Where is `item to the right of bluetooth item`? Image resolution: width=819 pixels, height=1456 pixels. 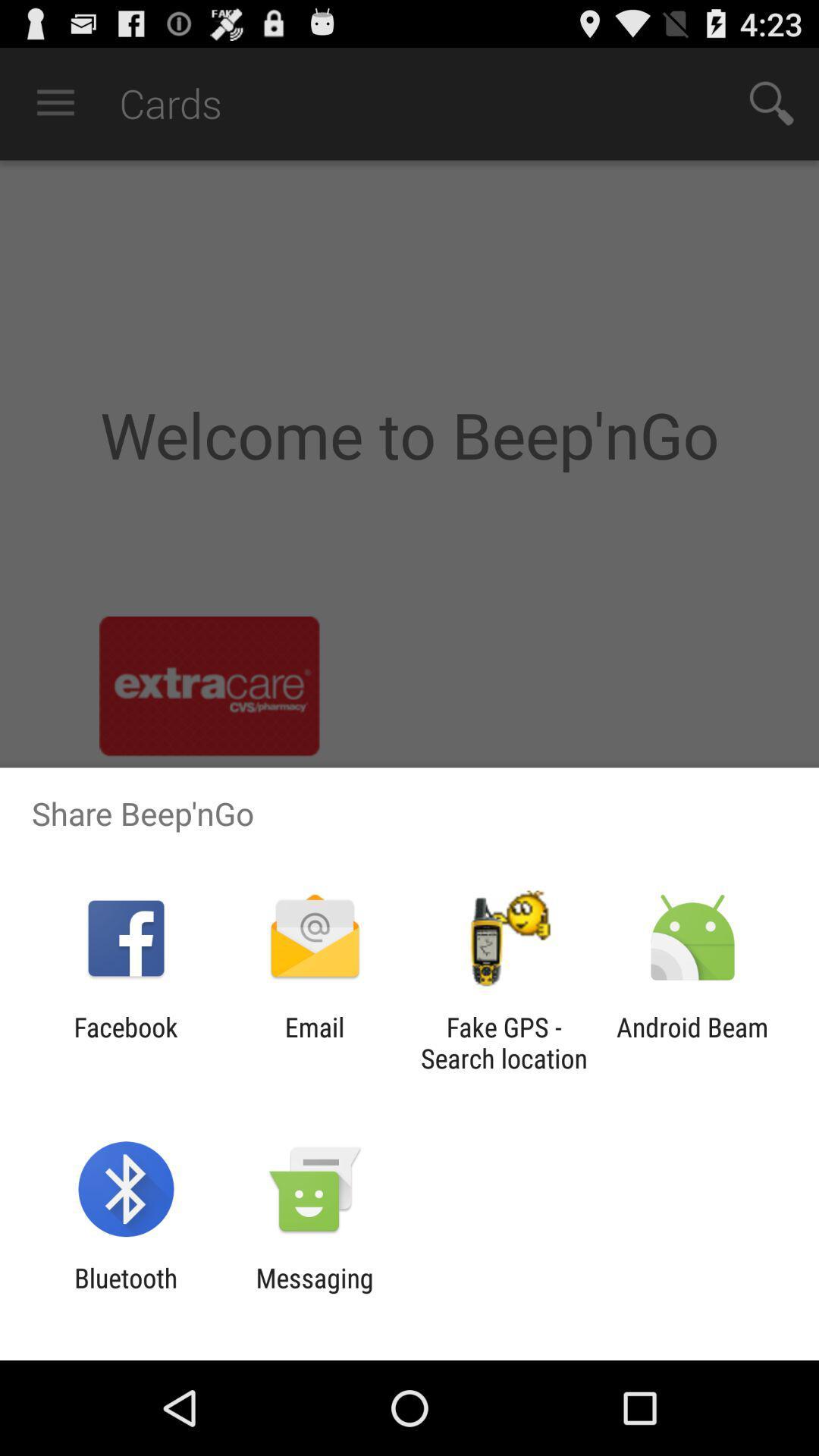
item to the right of bluetooth item is located at coordinates (314, 1293).